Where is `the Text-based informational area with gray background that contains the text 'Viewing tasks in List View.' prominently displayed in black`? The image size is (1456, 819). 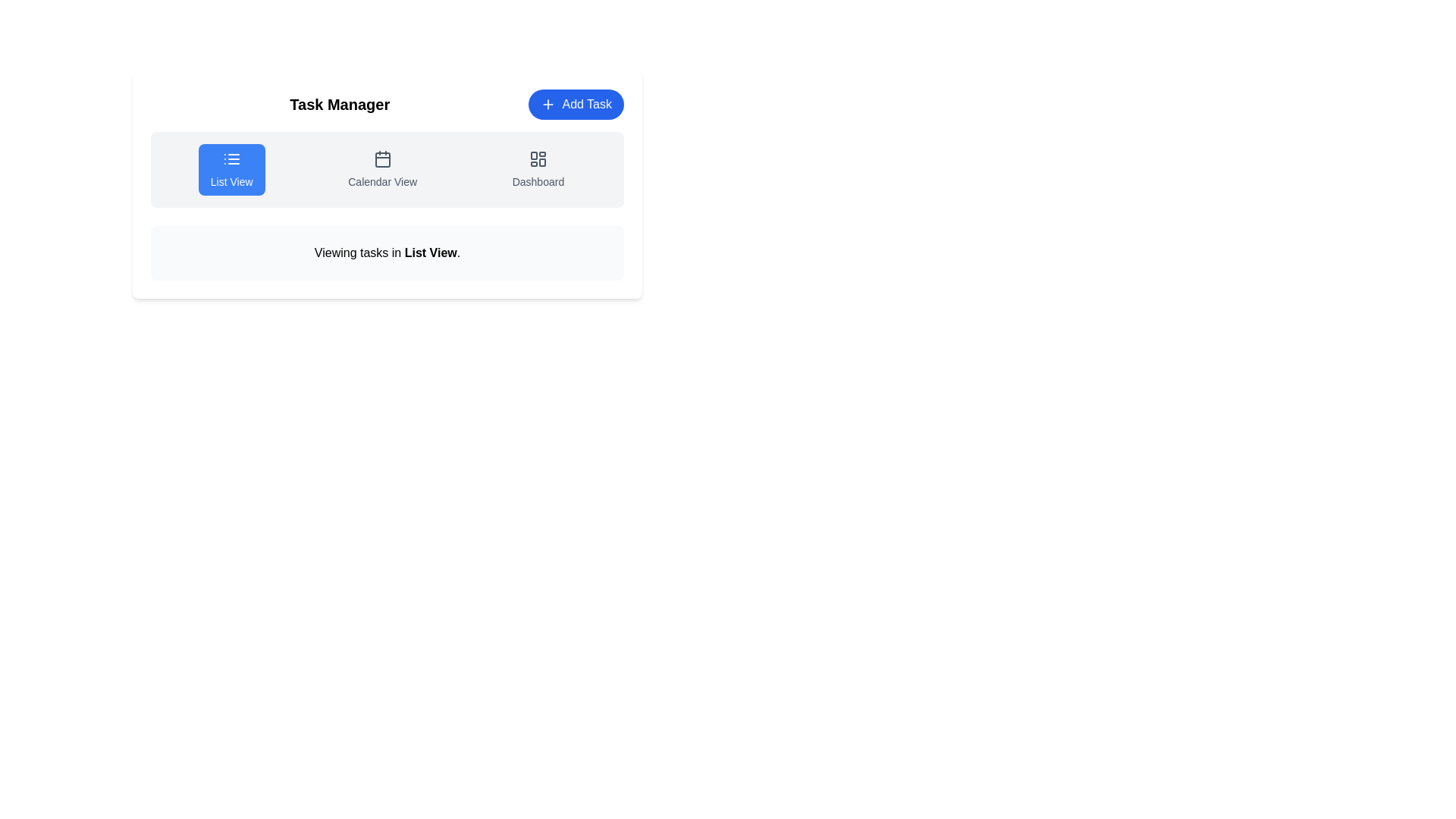 the Text-based informational area with gray background that contains the text 'Viewing tasks in List View.' prominently displayed in black is located at coordinates (387, 253).